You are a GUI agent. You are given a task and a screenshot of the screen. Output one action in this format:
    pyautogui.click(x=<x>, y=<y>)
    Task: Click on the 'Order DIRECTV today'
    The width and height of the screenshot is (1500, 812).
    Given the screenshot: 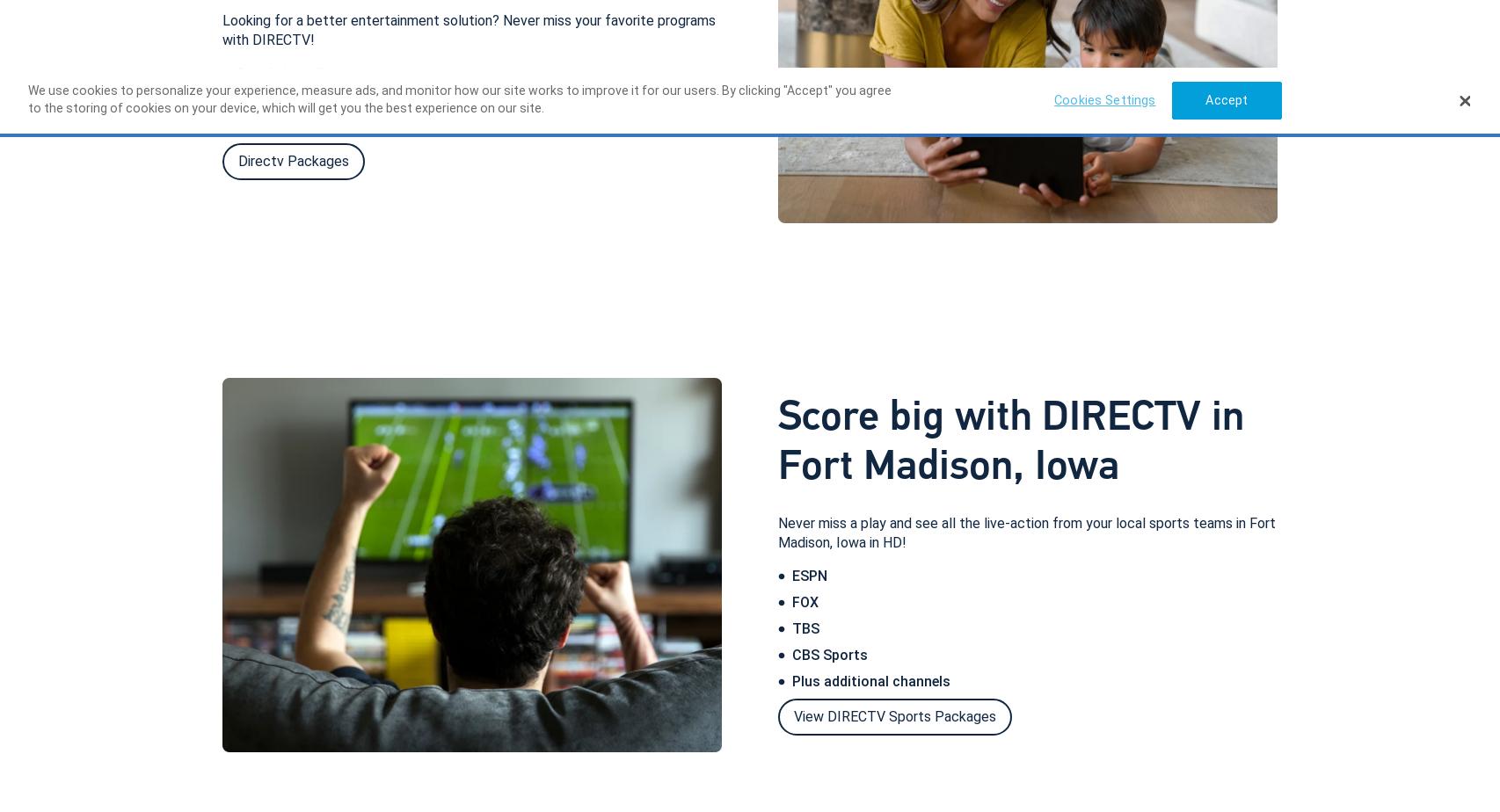 What is the action you would take?
    pyautogui.click(x=644, y=170)
    